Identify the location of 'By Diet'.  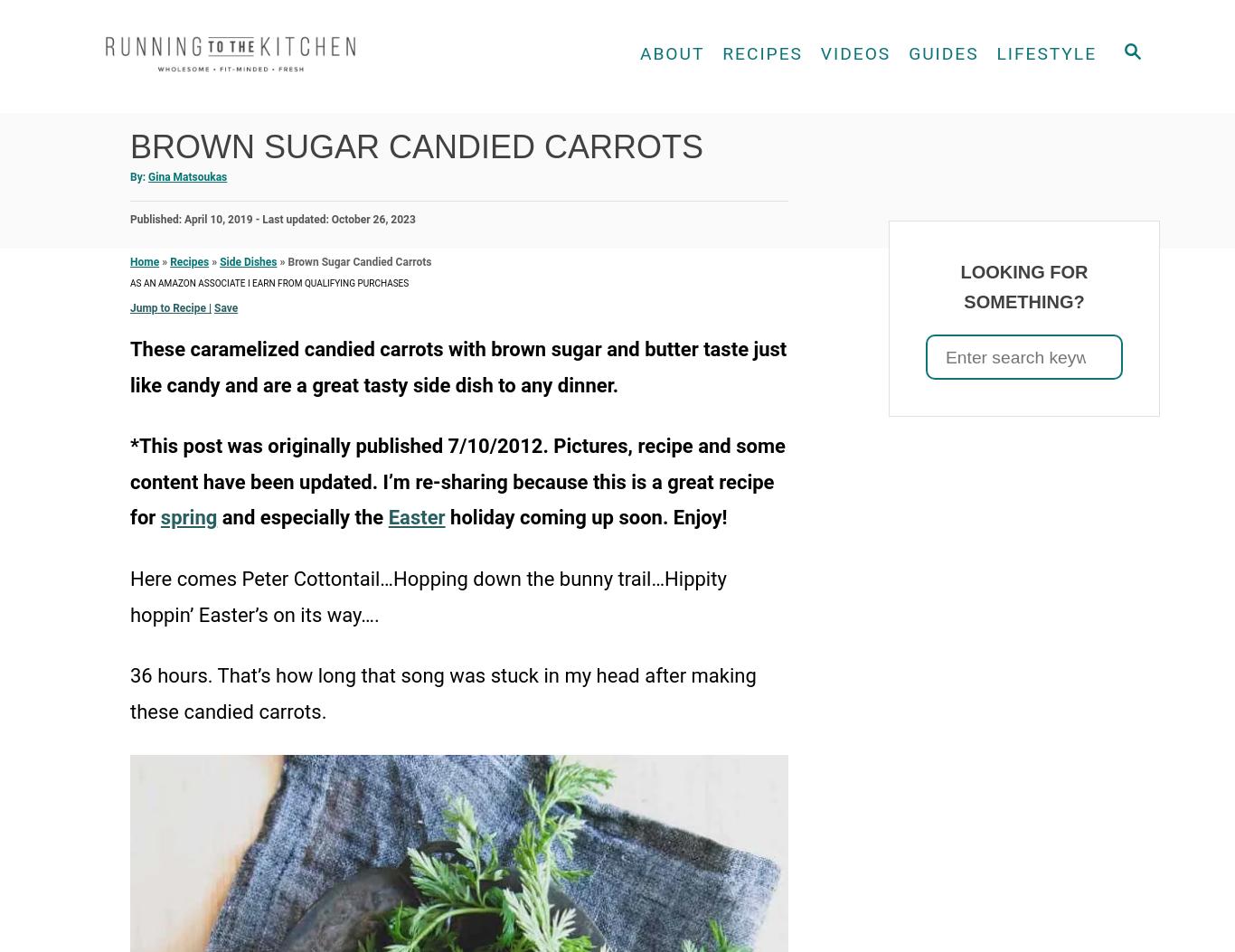
(699, 135).